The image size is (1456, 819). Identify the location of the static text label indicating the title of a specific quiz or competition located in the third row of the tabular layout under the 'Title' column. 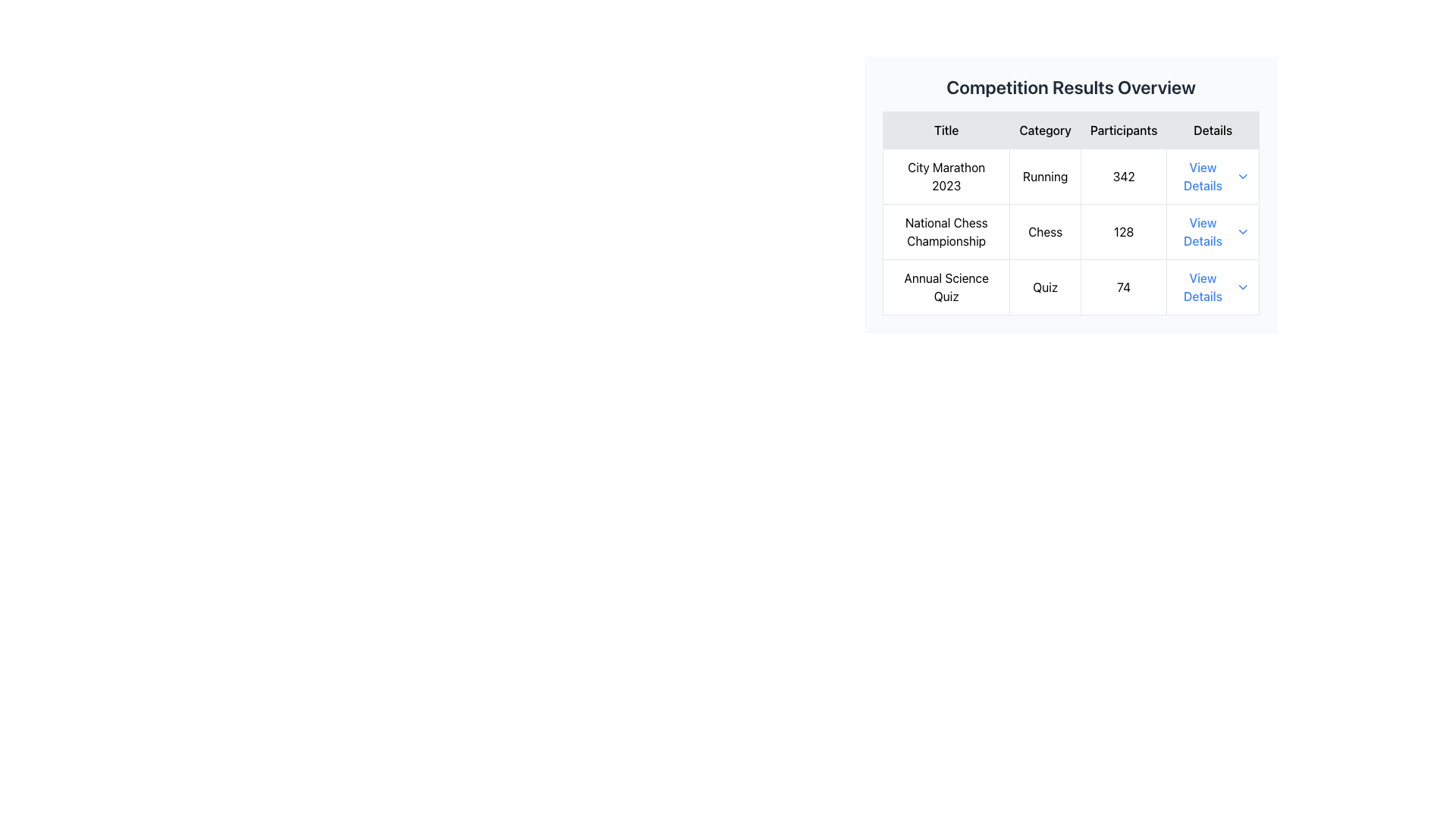
(946, 287).